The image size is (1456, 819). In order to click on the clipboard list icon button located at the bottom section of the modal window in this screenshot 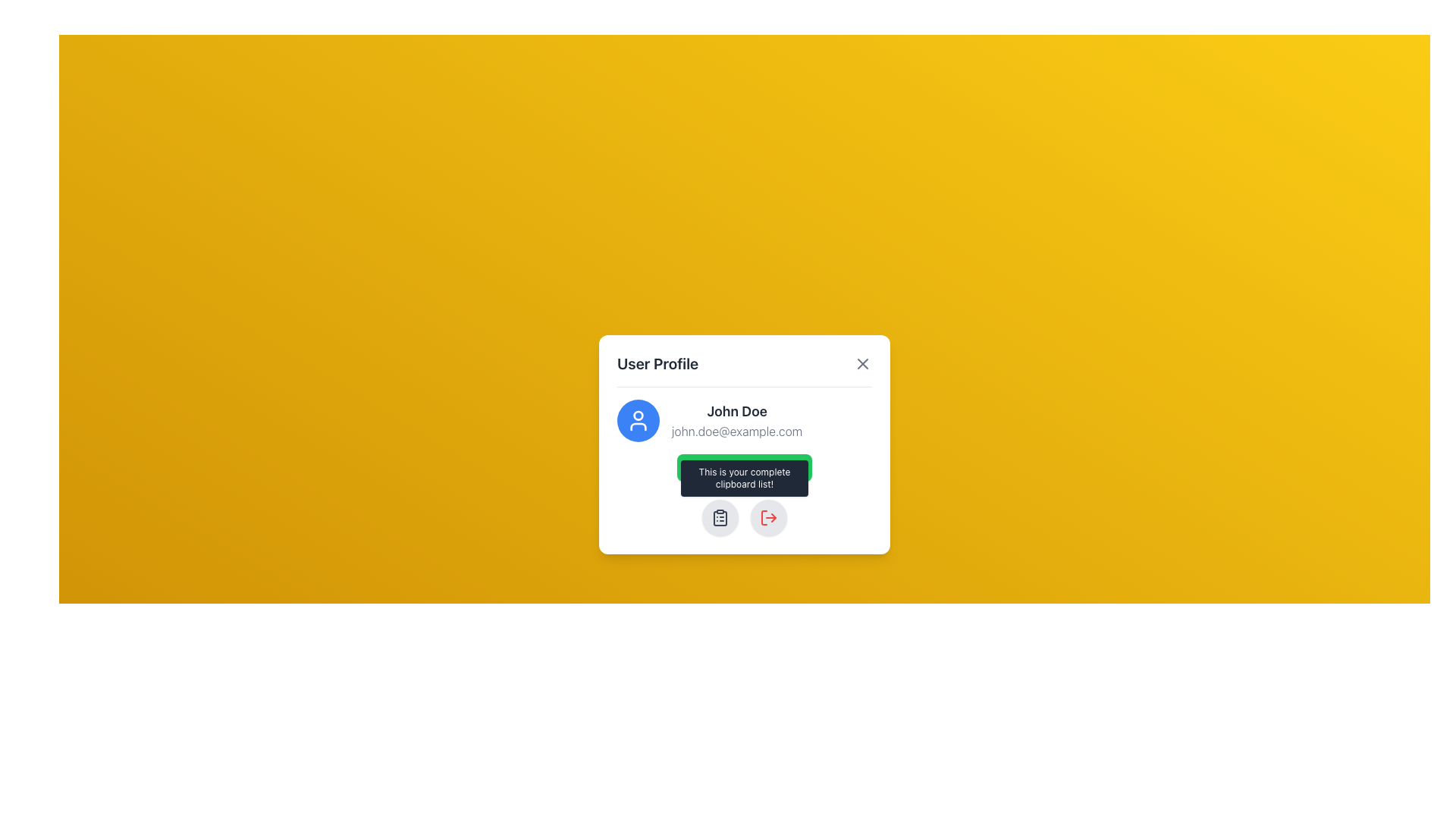, I will do `click(720, 516)`.